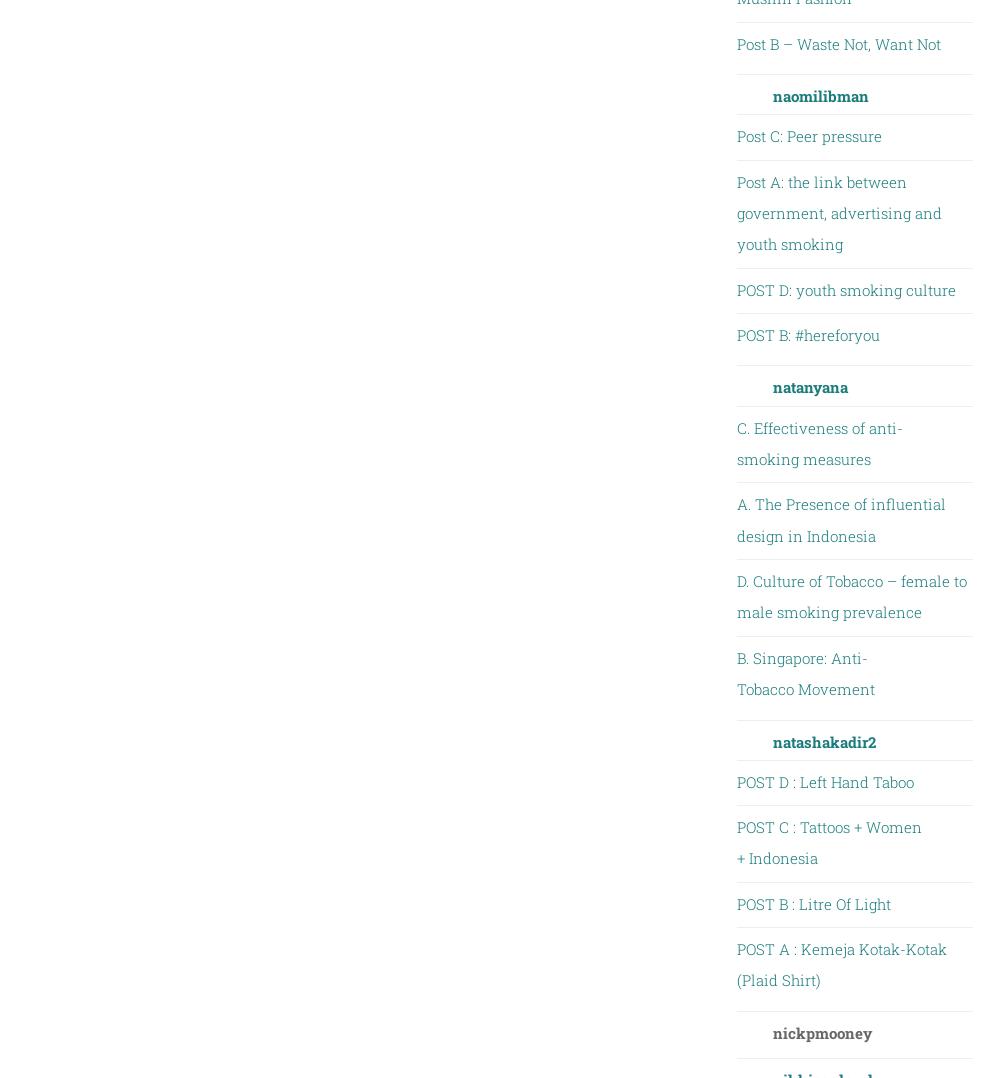  I want to click on 'Post C: Peer pressure', so click(808, 136).